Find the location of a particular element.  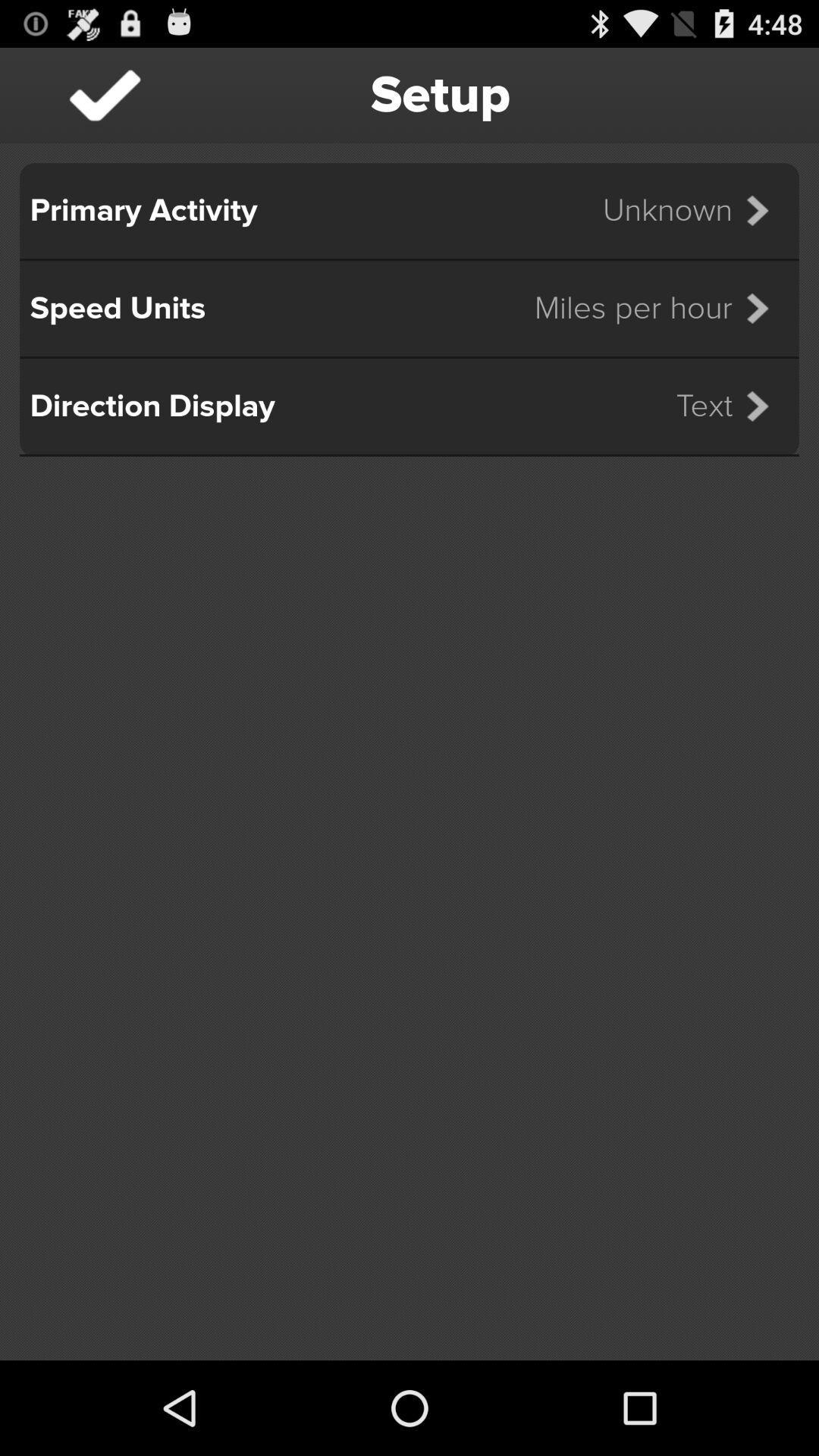

the icon to the right of the direction display item is located at coordinates (731, 406).